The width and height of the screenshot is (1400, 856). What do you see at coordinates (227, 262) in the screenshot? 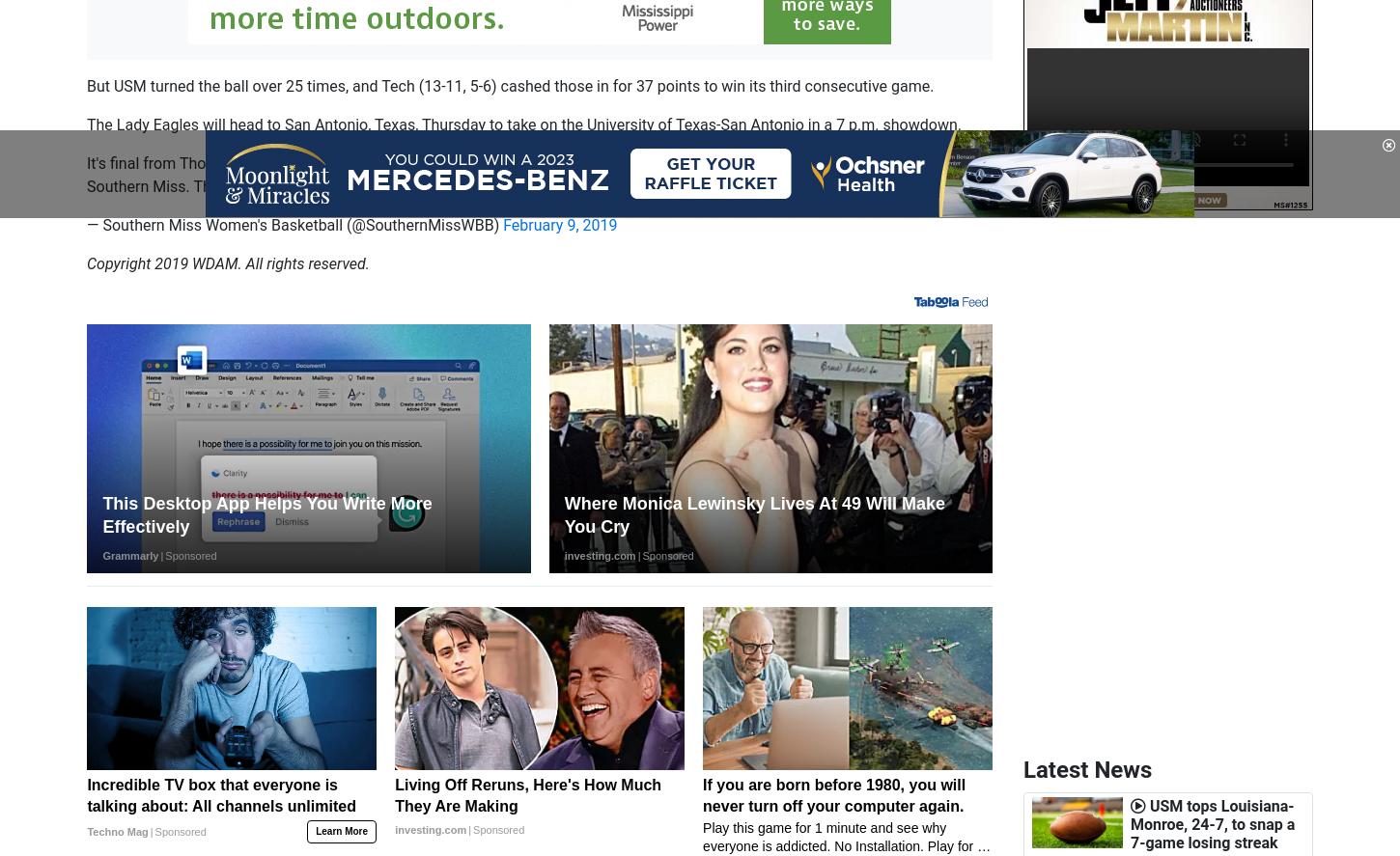
I see `'Copyright 2019 WDAM. All rights reserved.'` at bounding box center [227, 262].